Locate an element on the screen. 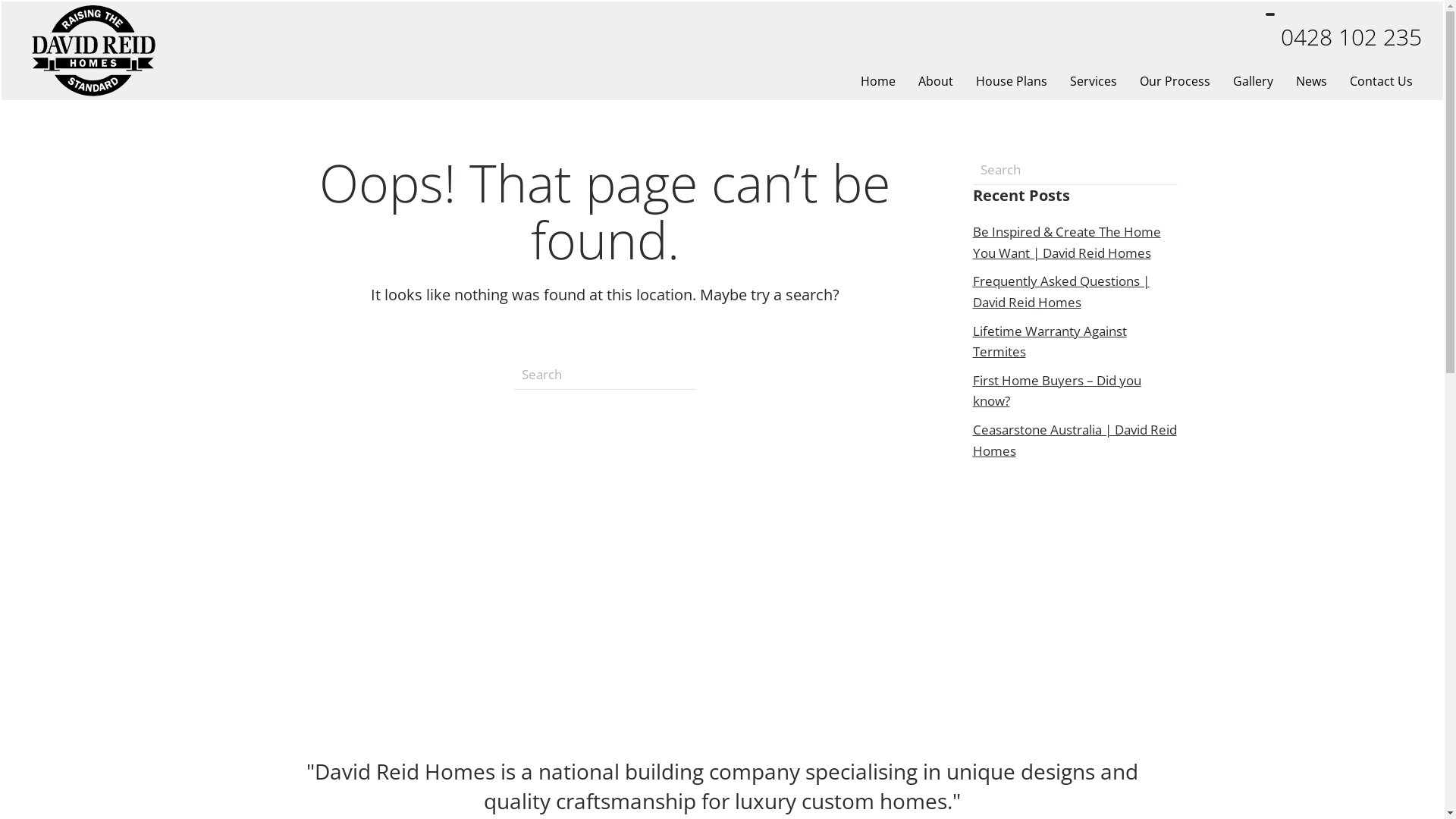  'Our Process' is located at coordinates (1174, 81).